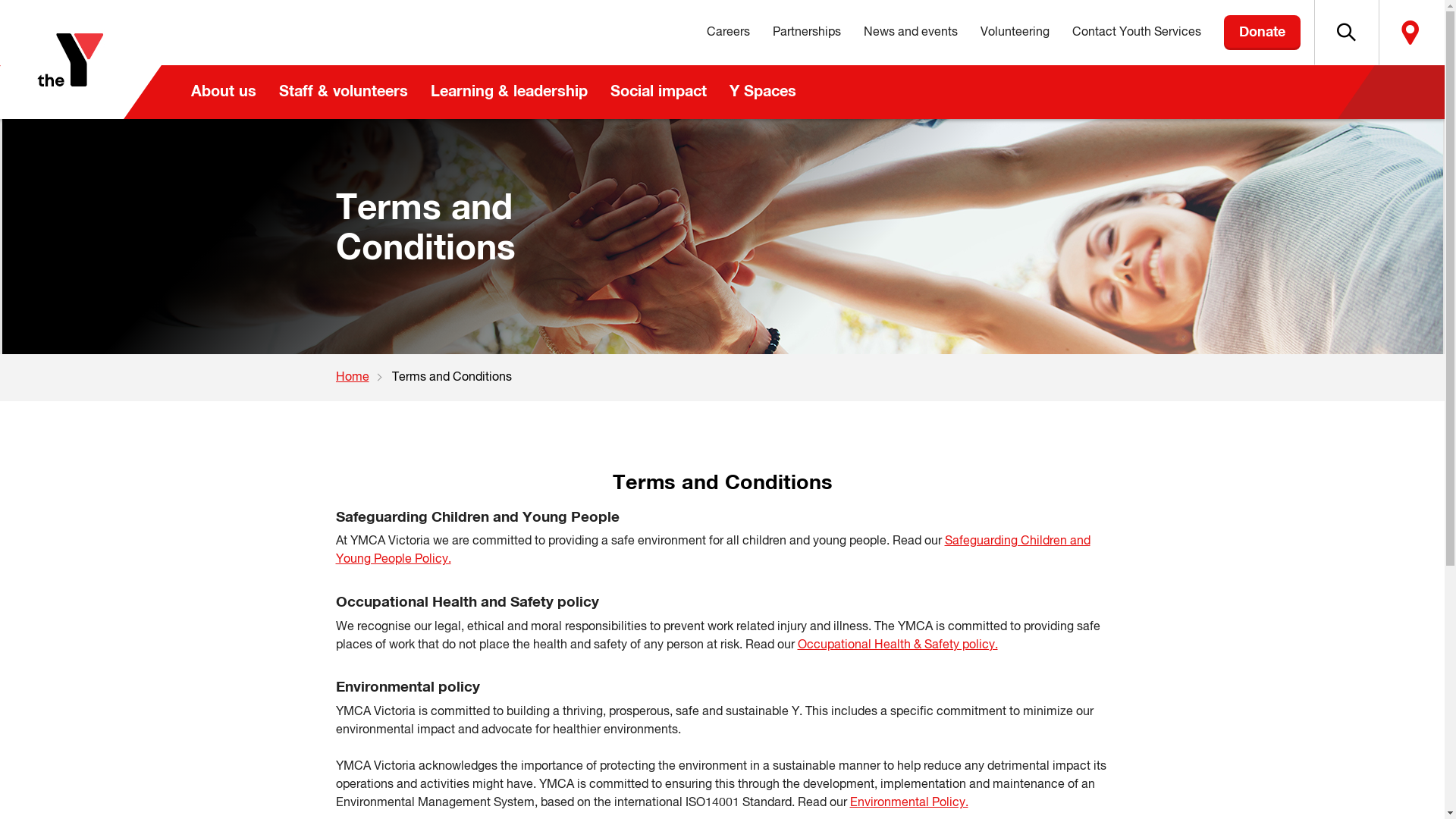 The height and width of the screenshot is (819, 1456). What do you see at coordinates (796, 645) in the screenshot?
I see `'Occupational Health & Safety policy.'` at bounding box center [796, 645].